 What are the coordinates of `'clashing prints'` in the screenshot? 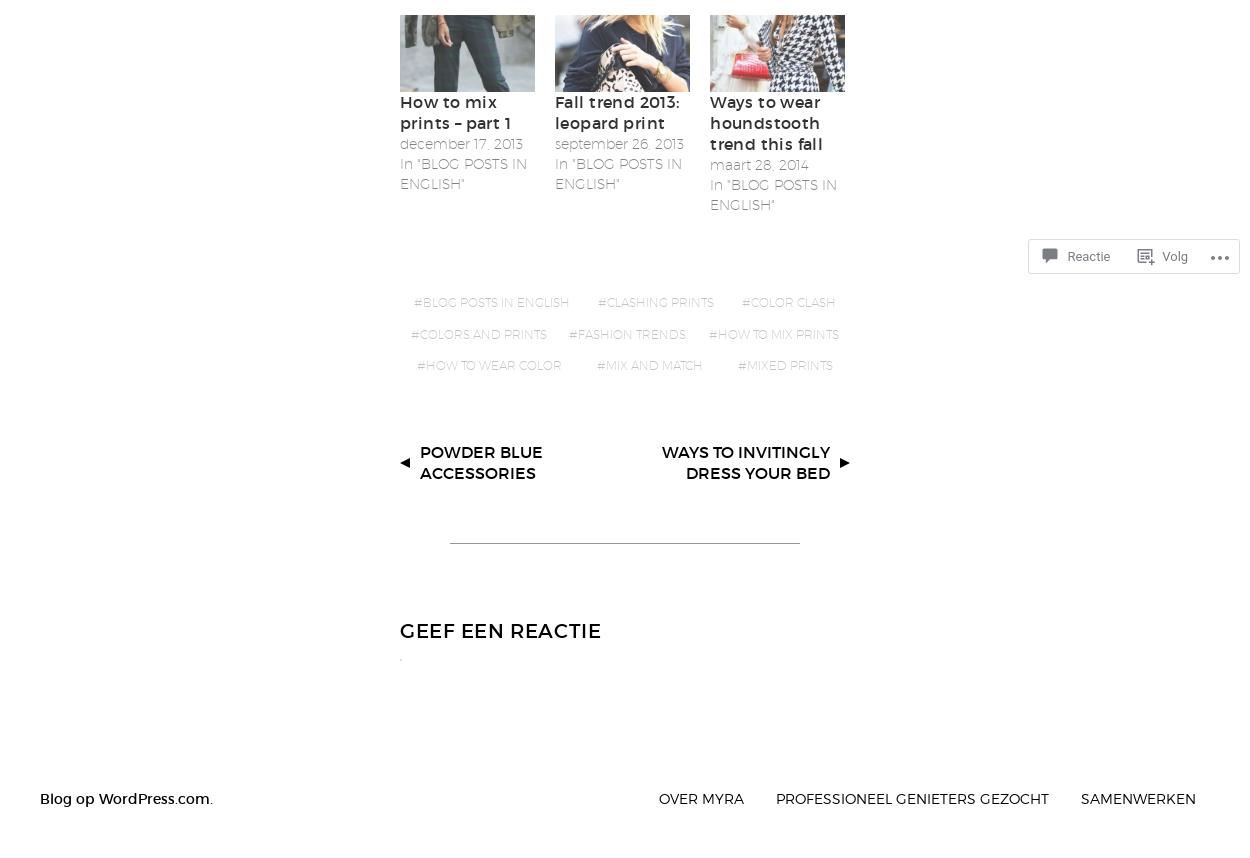 It's located at (606, 301).